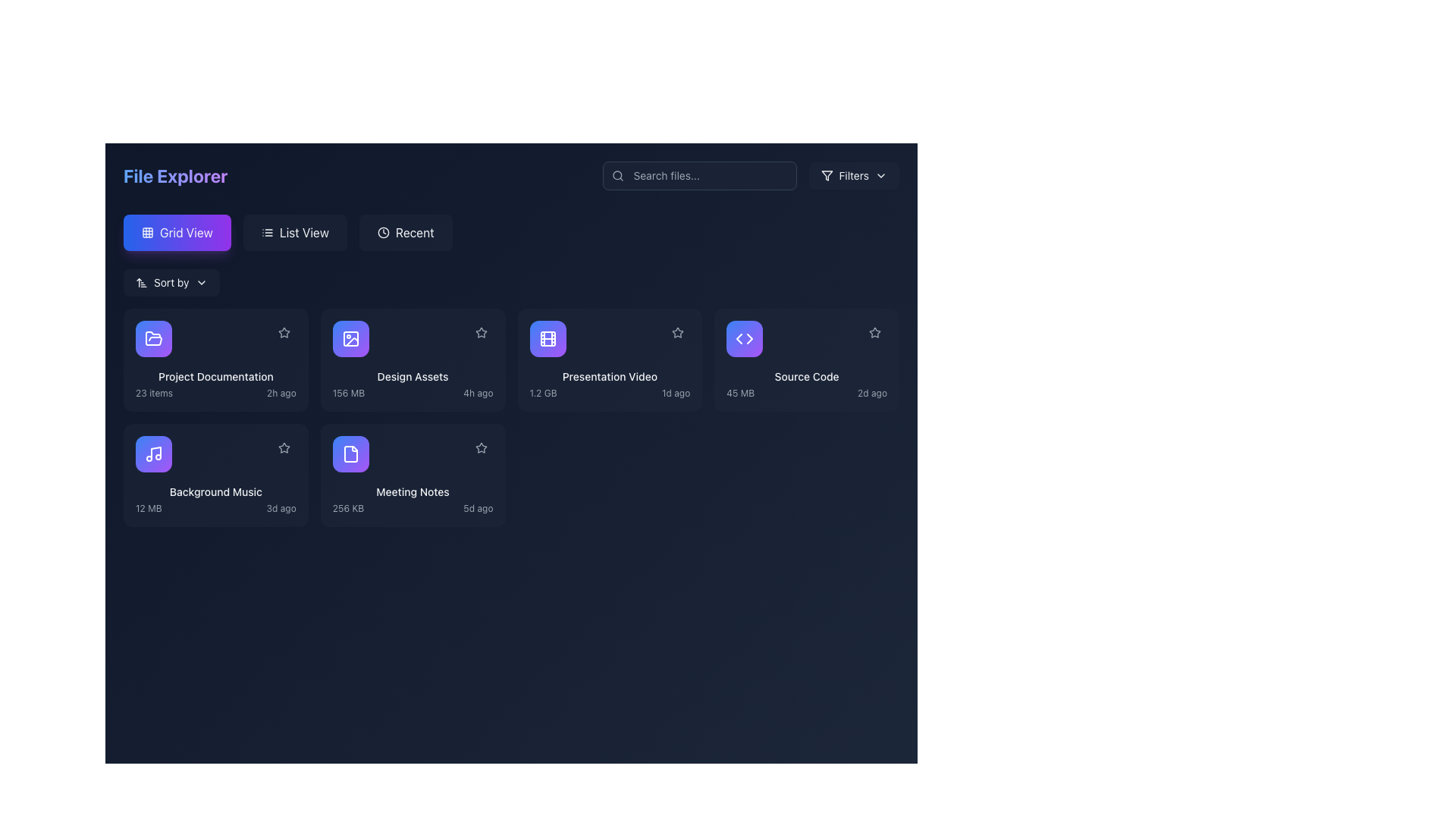 Image resolution: width=1456 pixels, height=819 pixels. I want to click on the Text label that displays the relative time elapsed since the 'Source Code' item was last modified, located to the right of the '45 MB' element in the bottom right corner of the item card for 'Source Code', so click(872, 393).